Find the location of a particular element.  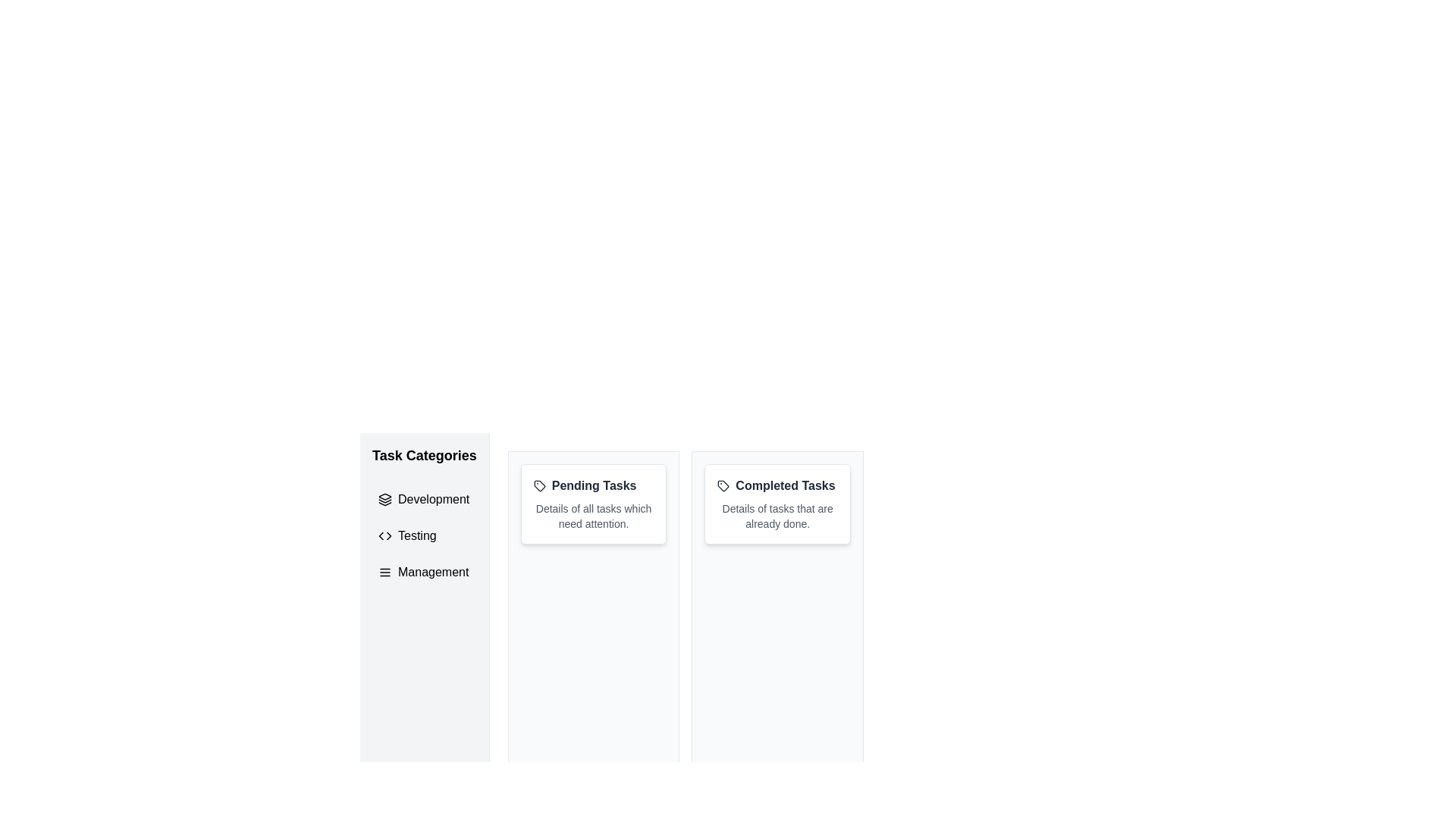

the right-pointing triangular arrowhead within the coding symbol icon located in the 'Testing' entry of the 'Task Categories' sidebar is located at coordinates (389, 535).